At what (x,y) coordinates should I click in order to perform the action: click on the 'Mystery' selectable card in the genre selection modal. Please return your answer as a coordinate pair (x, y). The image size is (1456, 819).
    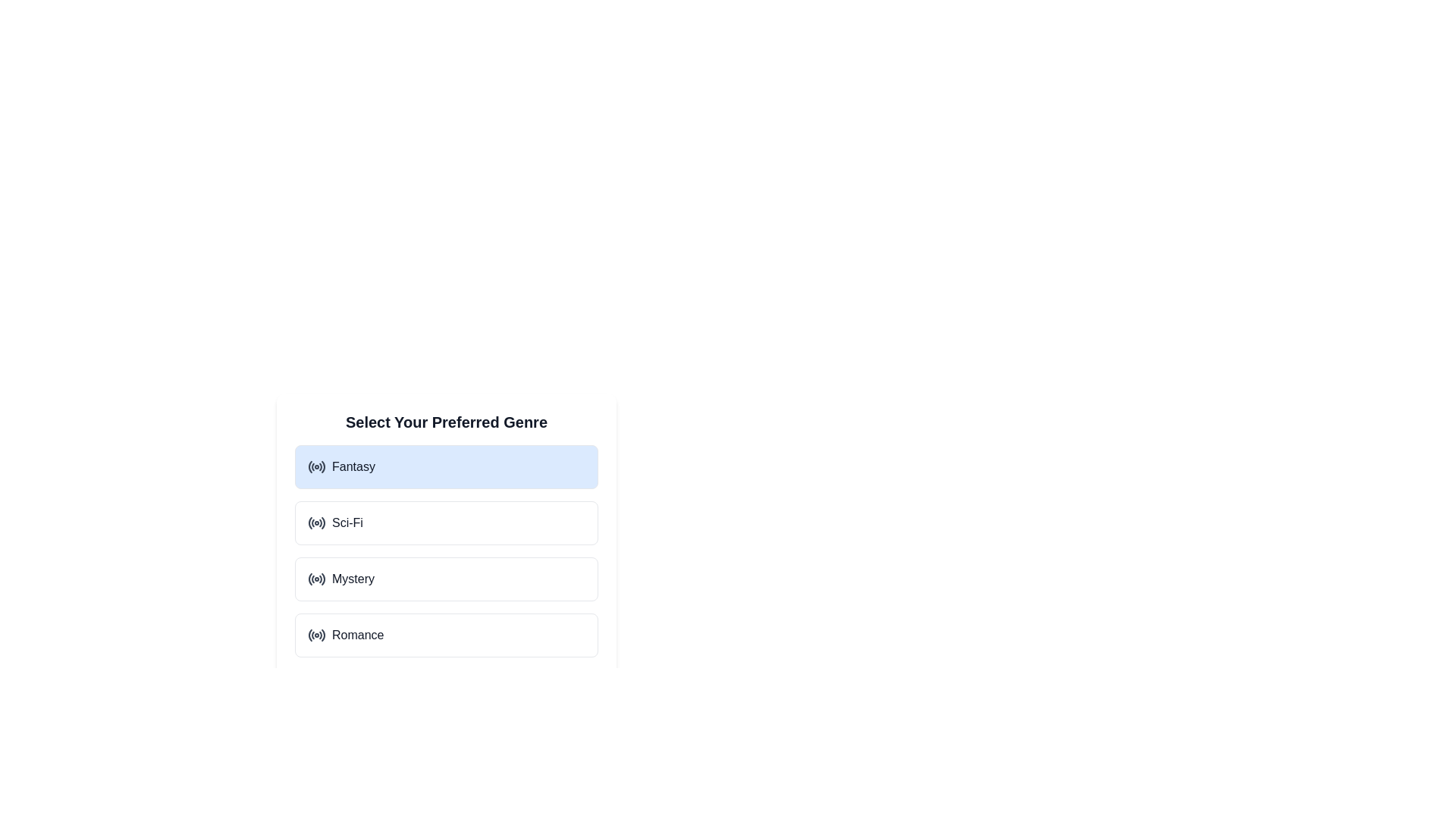
    Looking at the image, I should click on (446, 564).